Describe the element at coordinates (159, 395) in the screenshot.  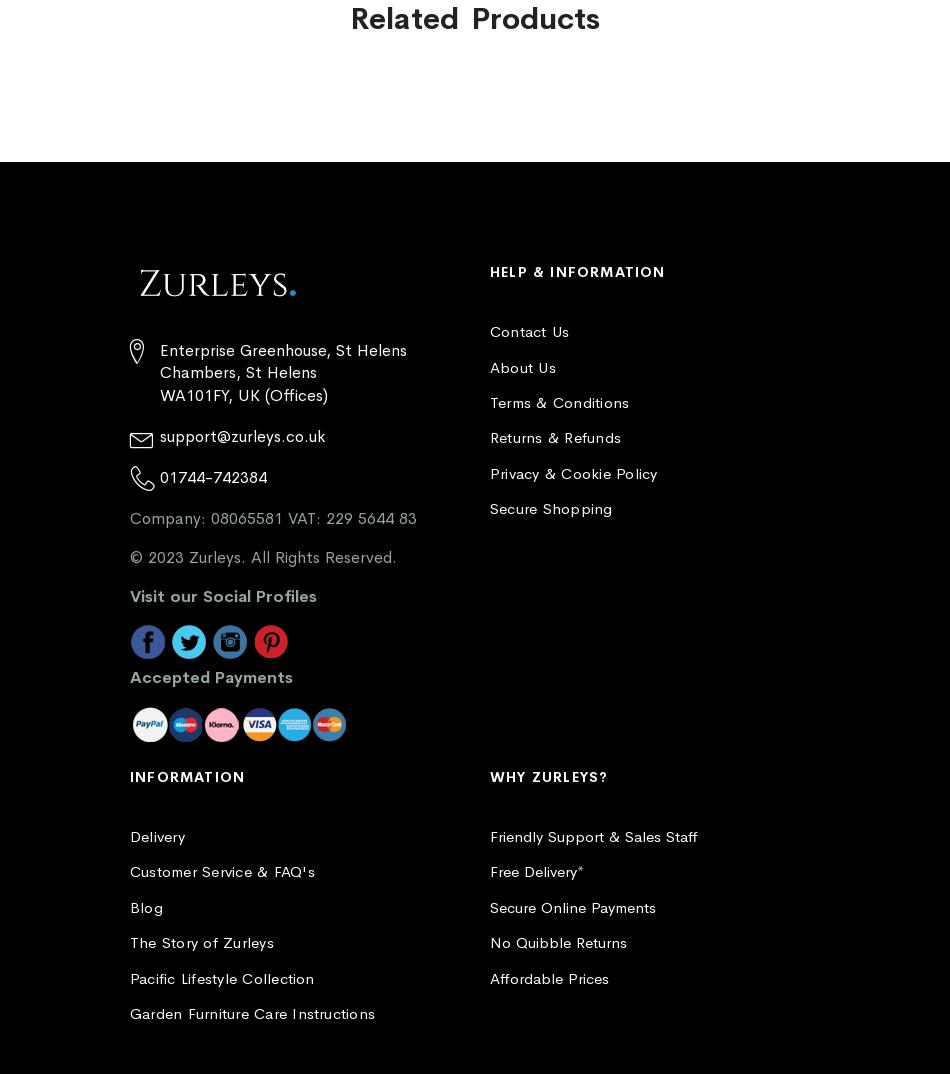
I see `'WA101FY, UK (Offices)'` at that location.